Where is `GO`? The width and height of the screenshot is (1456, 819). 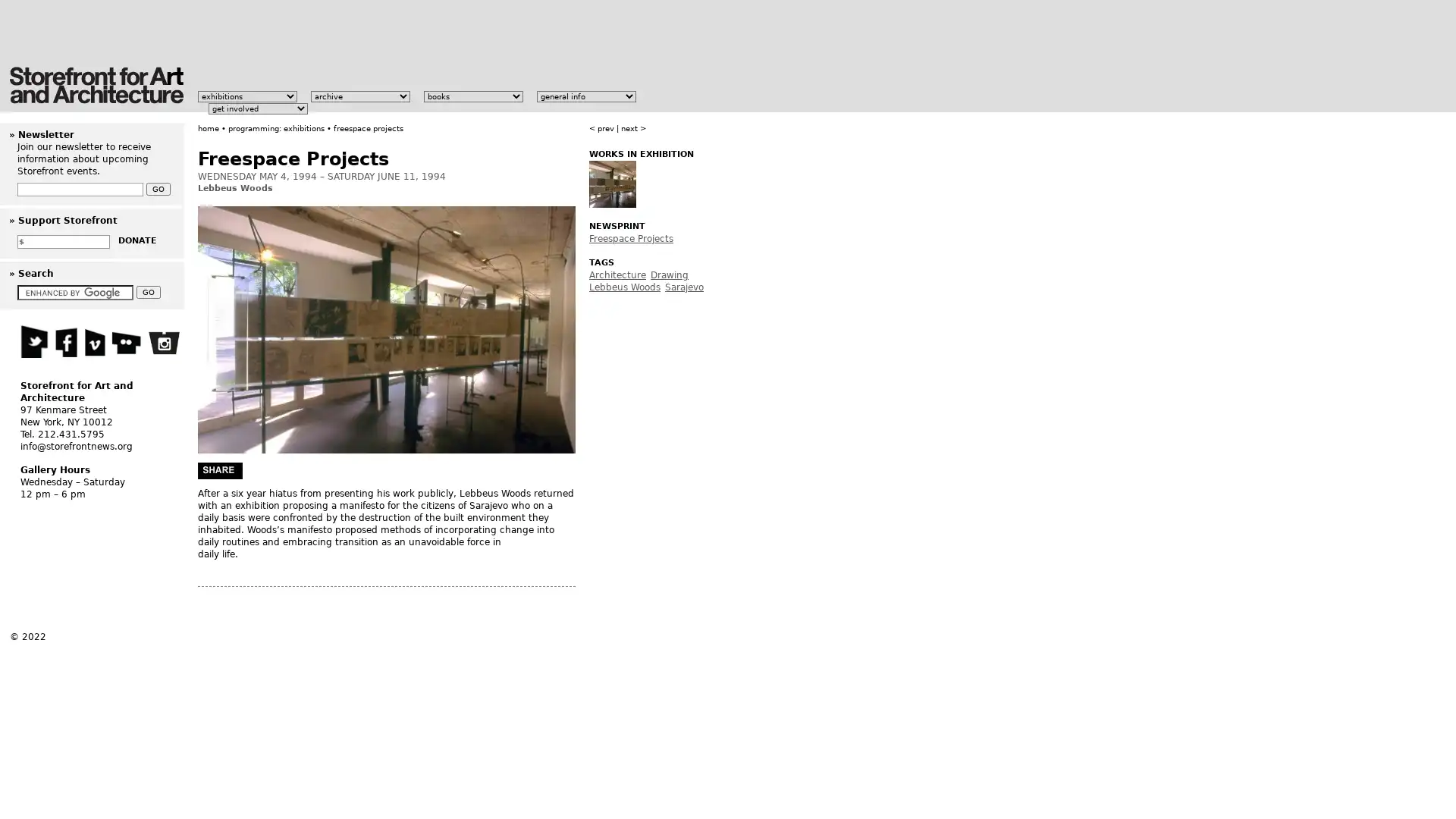
GO is located at coordinates (149, 292).